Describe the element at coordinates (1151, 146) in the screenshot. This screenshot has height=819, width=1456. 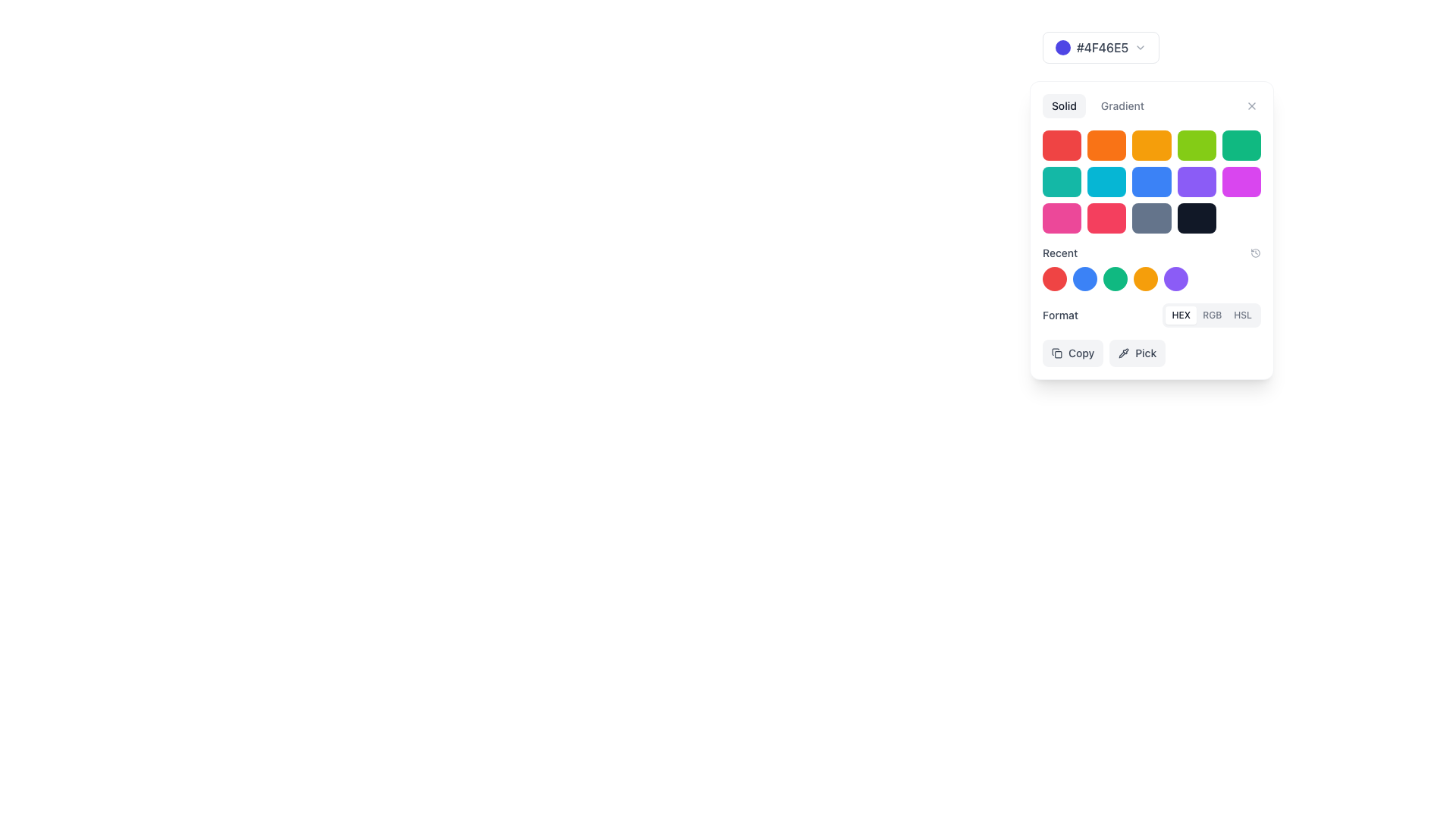
I see `the button located in the 3rd position of the topmost row of a 5-column grid layout` at that location.